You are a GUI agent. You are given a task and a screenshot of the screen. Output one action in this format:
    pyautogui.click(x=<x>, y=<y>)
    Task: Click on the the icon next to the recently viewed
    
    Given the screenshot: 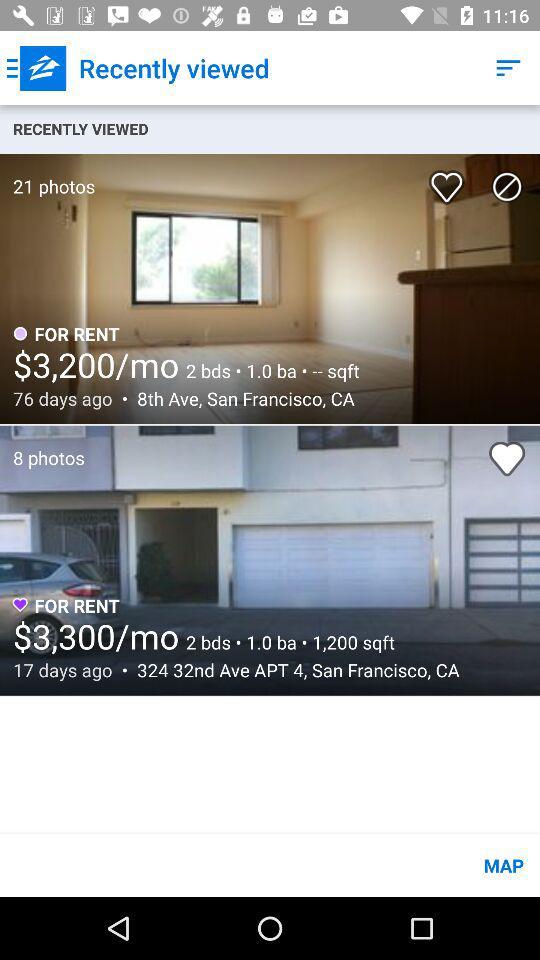 What is the action you would take?
    pyautogui.click(x=508, y=68)
    